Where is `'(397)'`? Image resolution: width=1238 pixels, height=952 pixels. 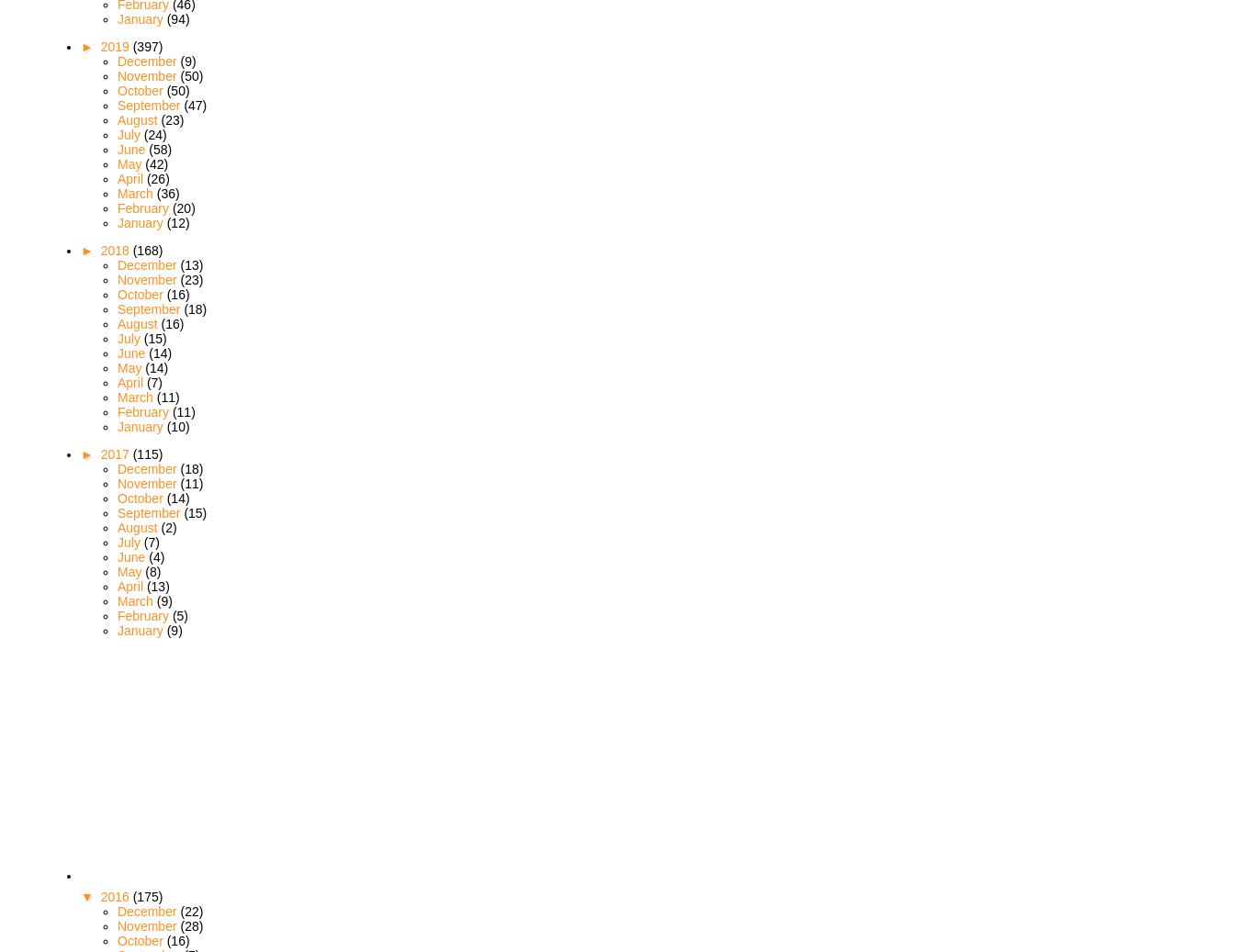 '(397)' is located at coordinates (146, 44).